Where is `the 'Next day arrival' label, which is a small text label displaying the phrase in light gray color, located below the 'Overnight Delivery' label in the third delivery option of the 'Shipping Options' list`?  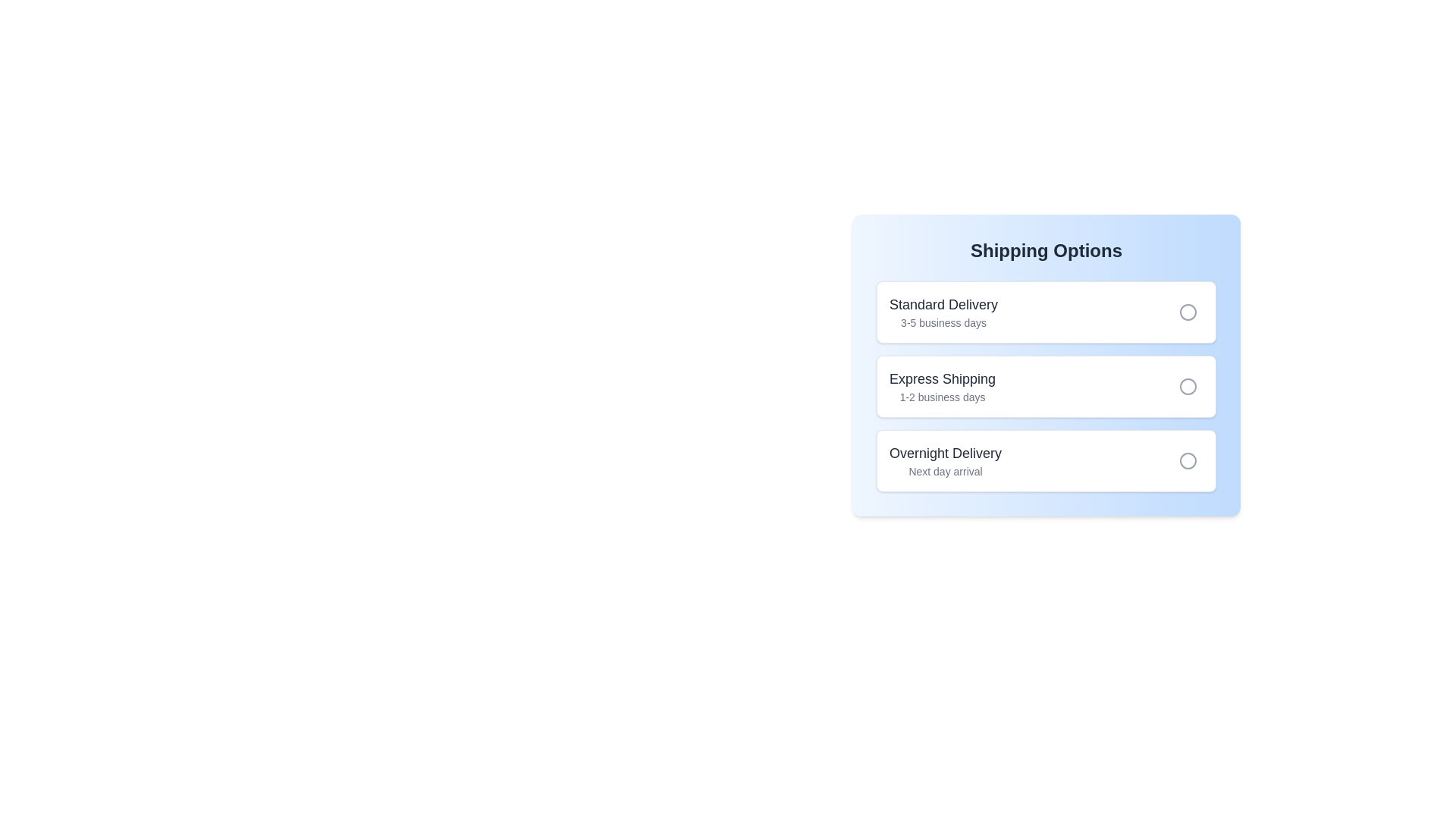
the 'Next day arrival' label, which is a small text label displaying the phrase in light gray color, located below the 'Overnight Delivery' label in the third delivery option of the 'Shipping Options' list is located at coordinates (945, 470).